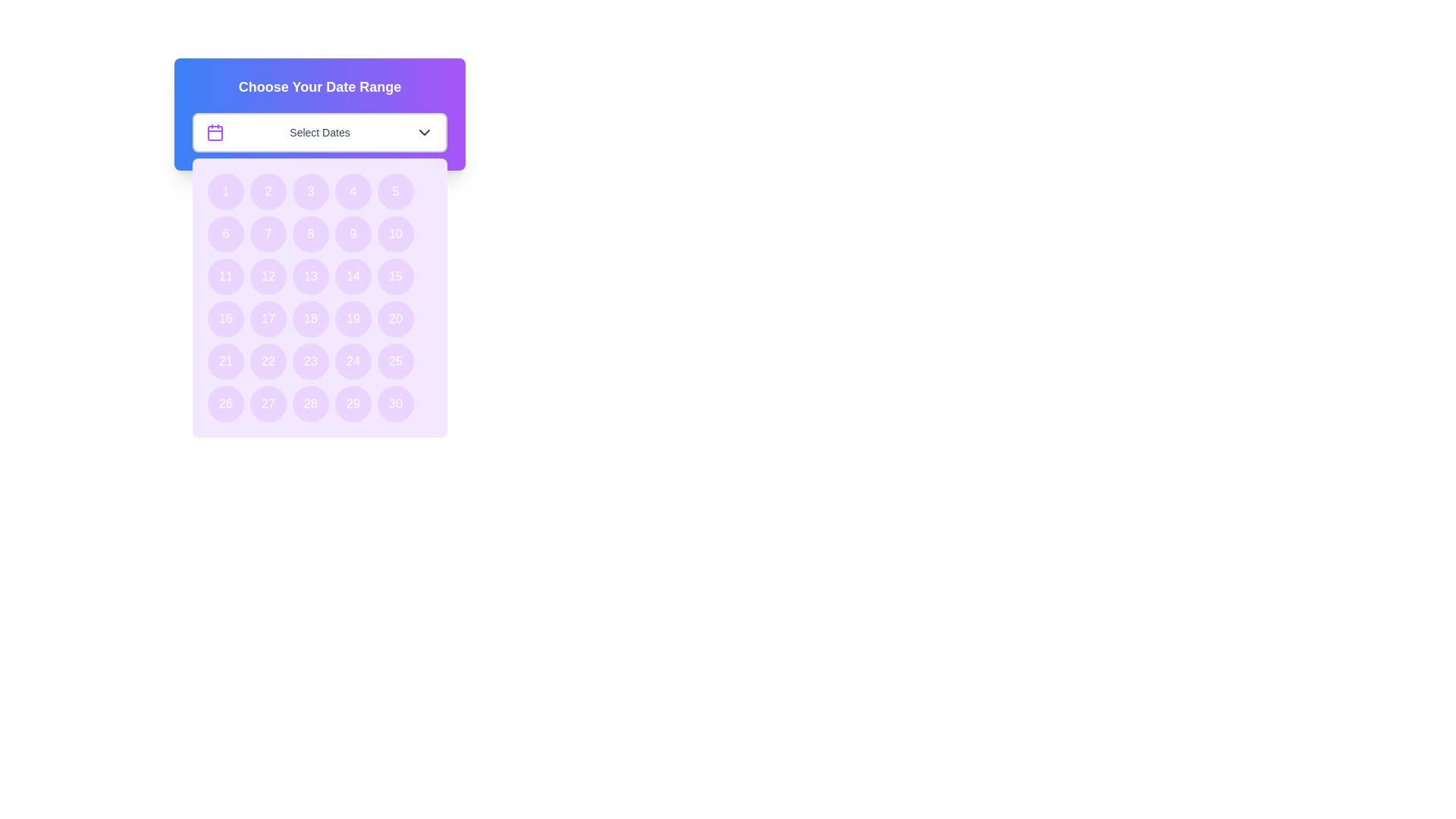  What do you see at coordinates (352, 318) in the screenshot?
I see `the rounded button with a purple background that displays the number '19'` at bounding box center [352, 318].